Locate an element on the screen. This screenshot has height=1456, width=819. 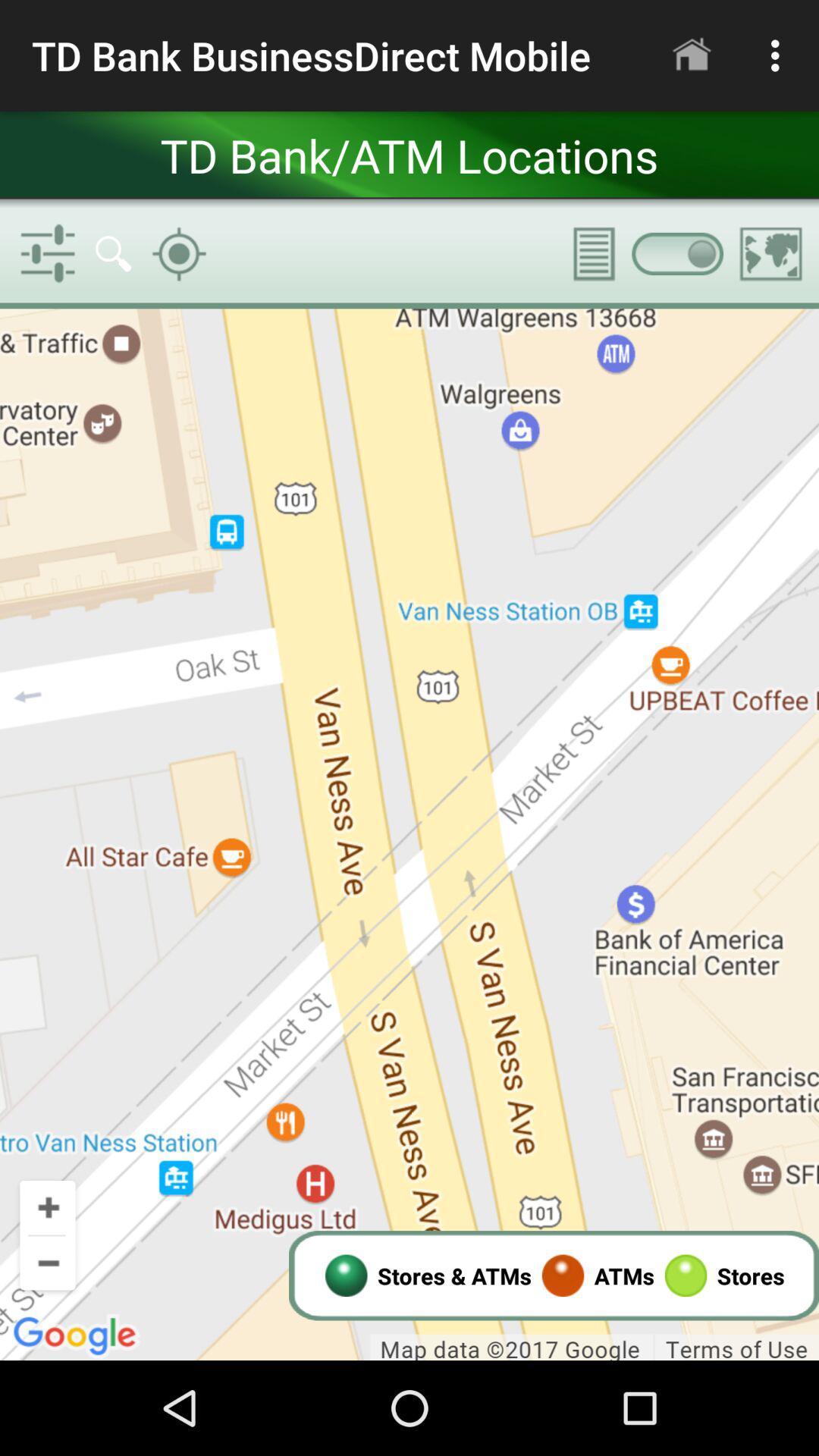
the location_crosshair icon is located at coordinates (178, 253).